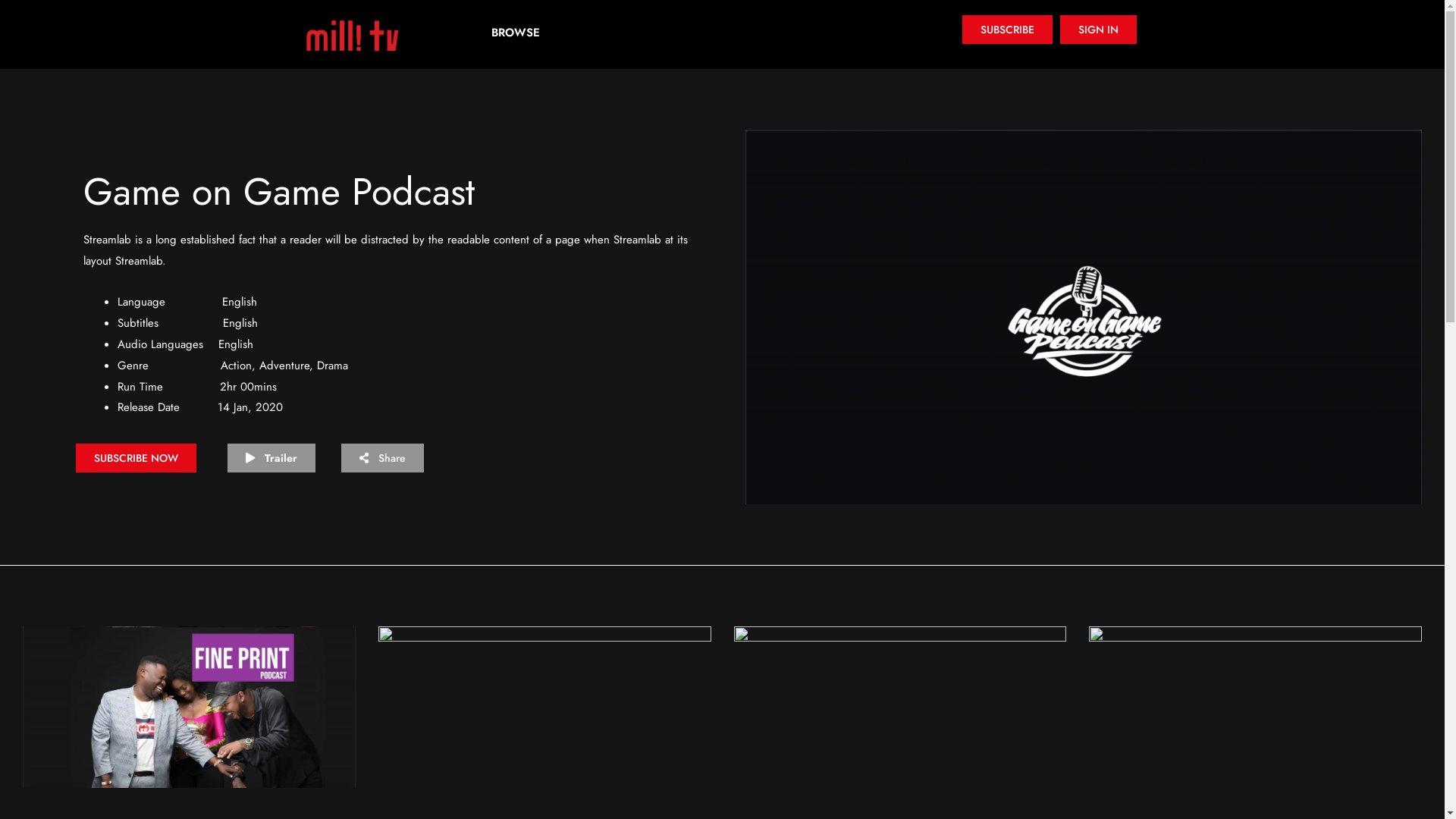 The image size is (1456, 819). I want to click on 'Share', so click(382, 457).